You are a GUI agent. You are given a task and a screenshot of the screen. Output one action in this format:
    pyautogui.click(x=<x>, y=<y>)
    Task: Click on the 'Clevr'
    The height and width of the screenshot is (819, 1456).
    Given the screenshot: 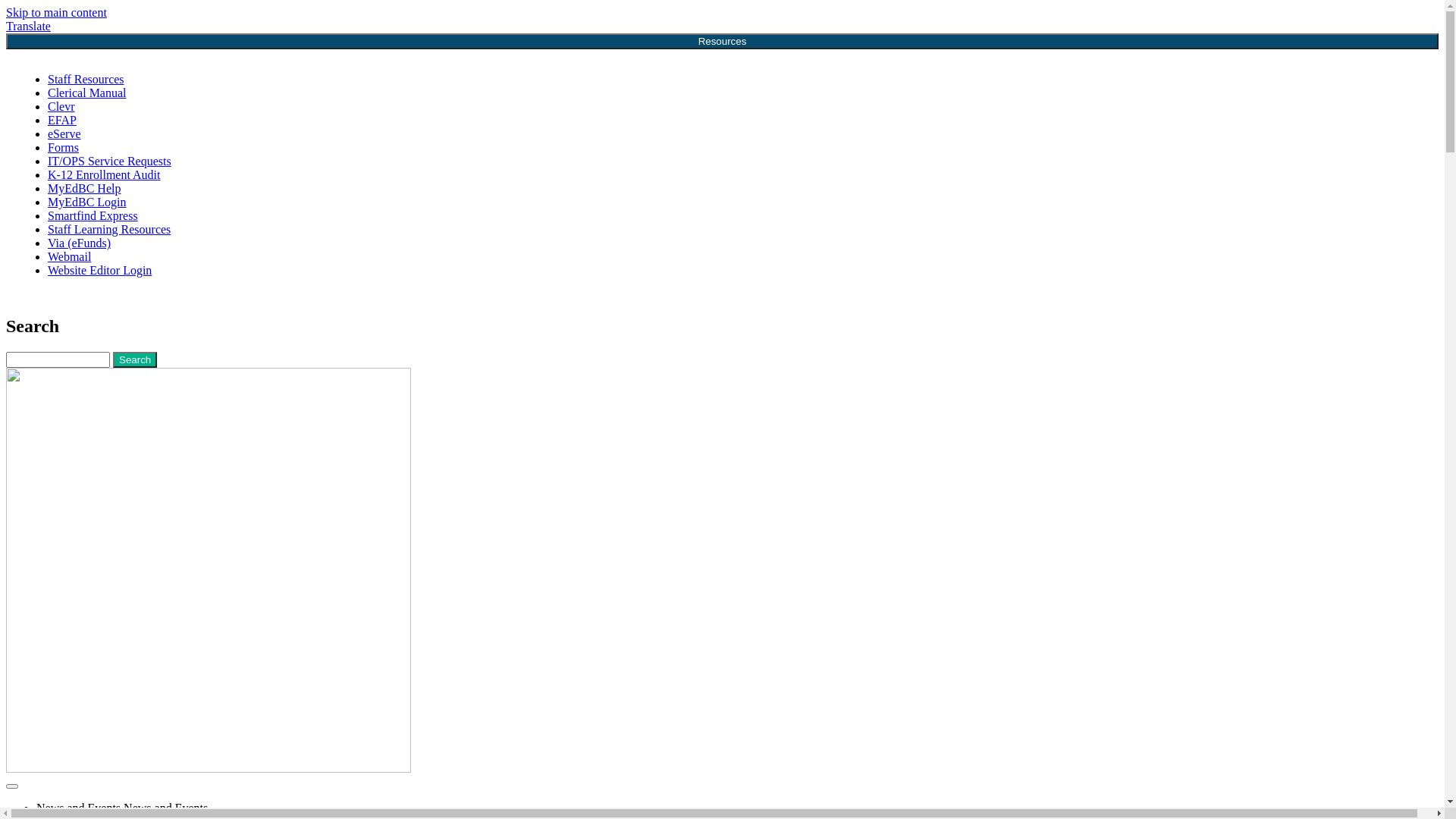 What is the action you would take?
    pyautogui.click(x=61, y=105)
    